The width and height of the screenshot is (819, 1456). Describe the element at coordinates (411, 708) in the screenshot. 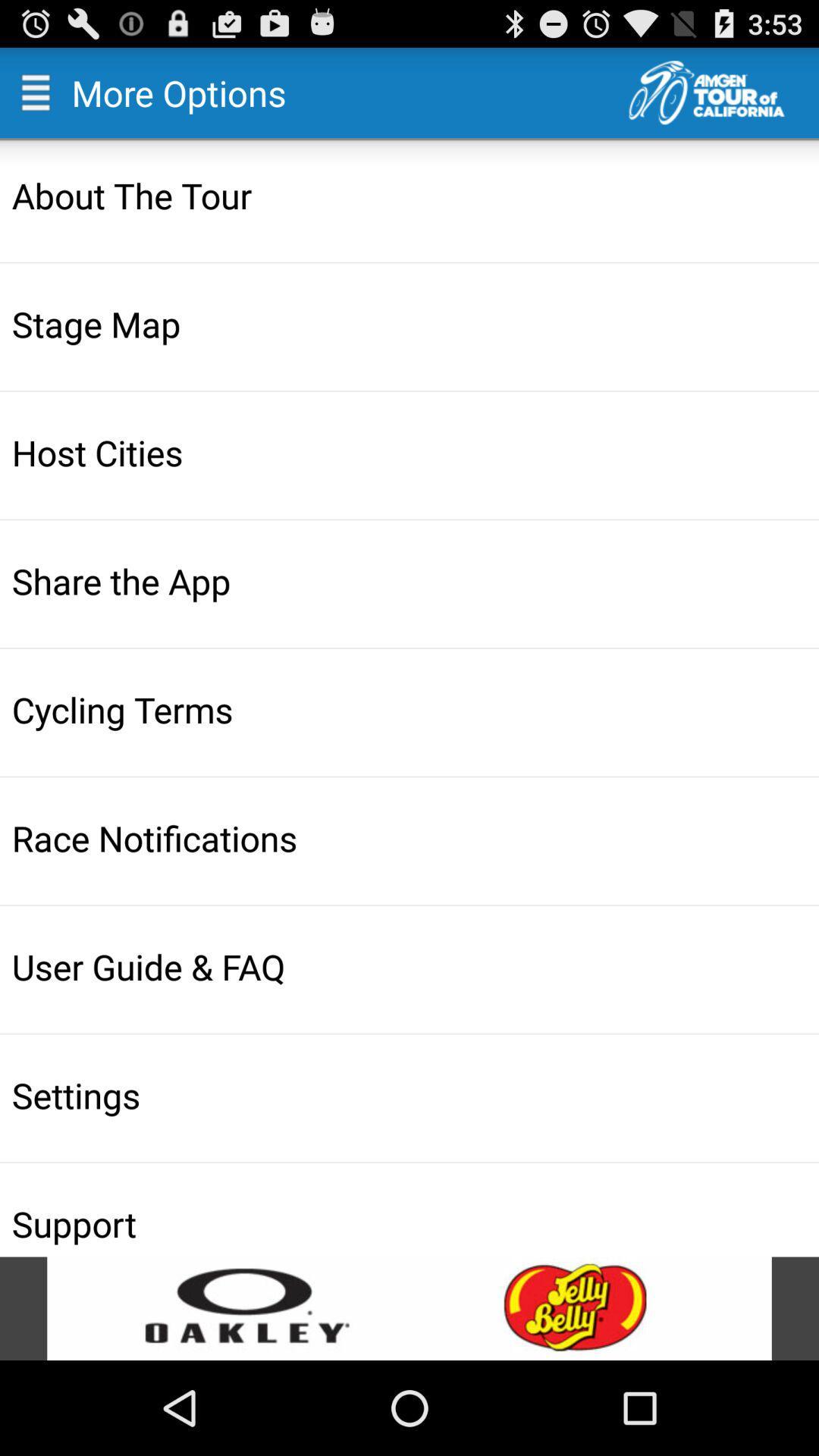

I see `cycling terms item` at that location.